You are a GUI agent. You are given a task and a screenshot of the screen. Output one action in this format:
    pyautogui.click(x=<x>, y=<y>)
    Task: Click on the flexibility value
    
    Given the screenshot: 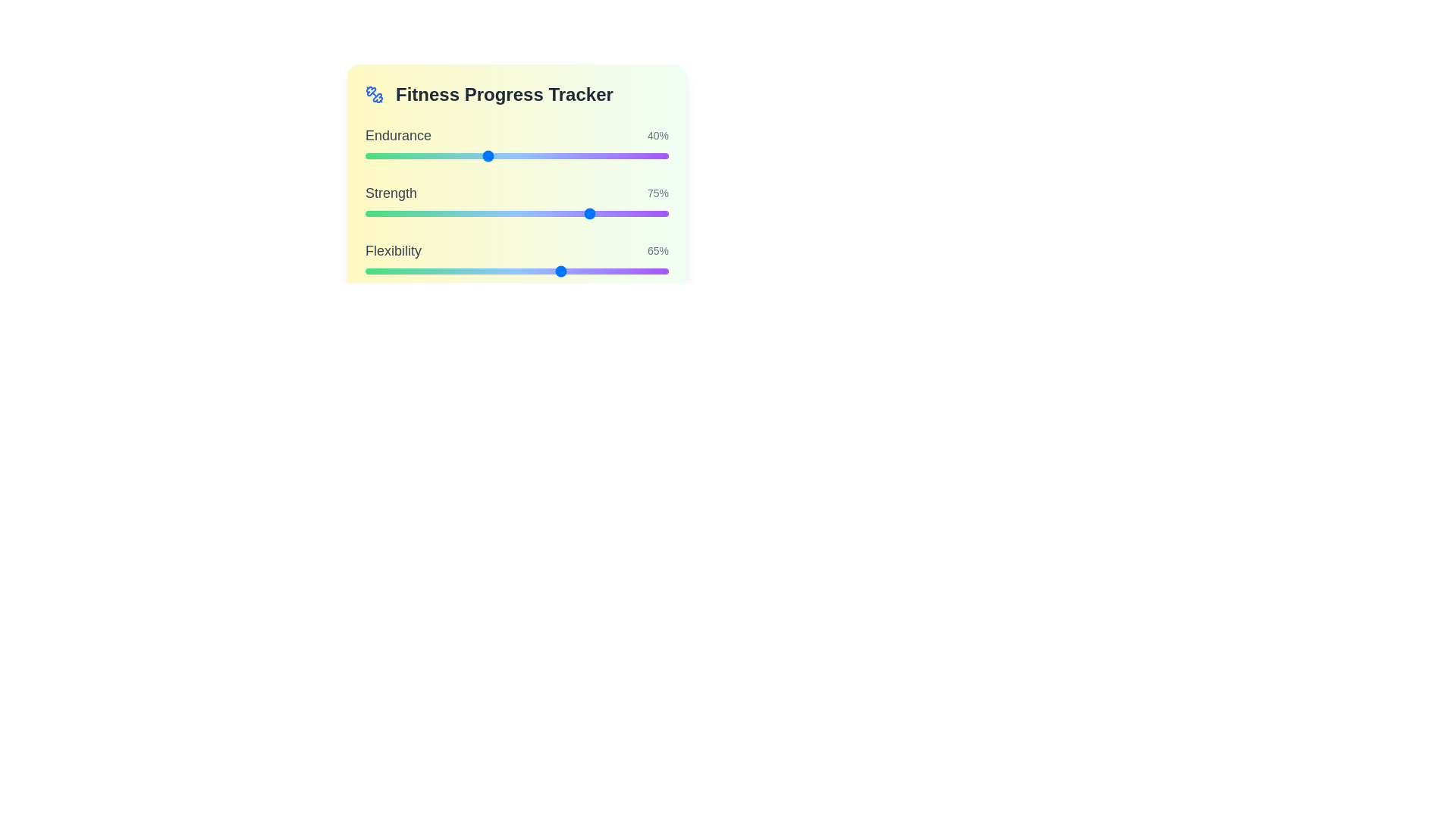 What is the action you would take?
    pyautogui.click(x=453, y=271)
    